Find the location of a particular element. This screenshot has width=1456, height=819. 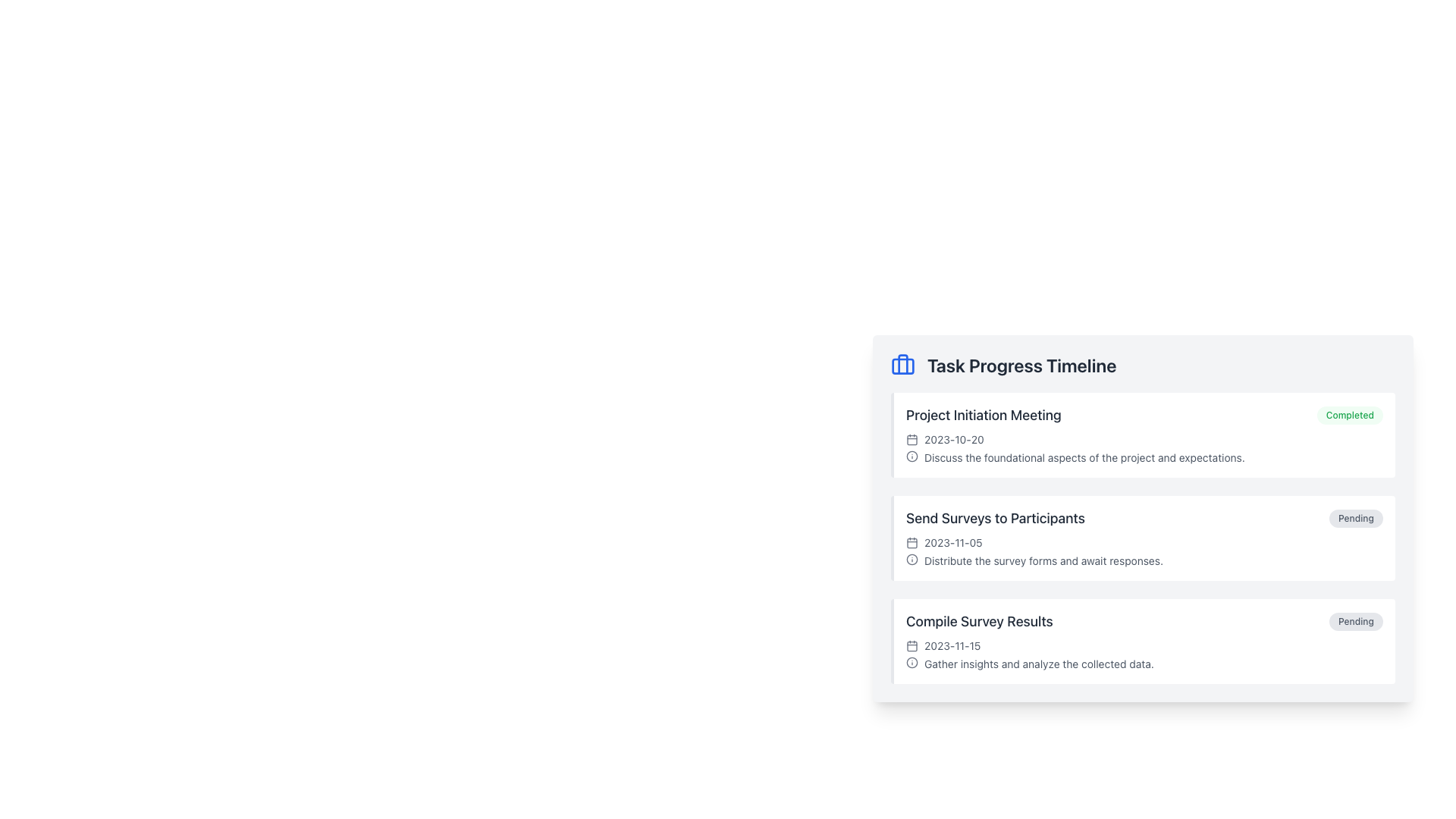

the 'info' icon, which is a circular outline with a gray color scheme, located to the left of the task label 'Compile Survey Results' in the task timeline interface is located at coordinates (912, 662).